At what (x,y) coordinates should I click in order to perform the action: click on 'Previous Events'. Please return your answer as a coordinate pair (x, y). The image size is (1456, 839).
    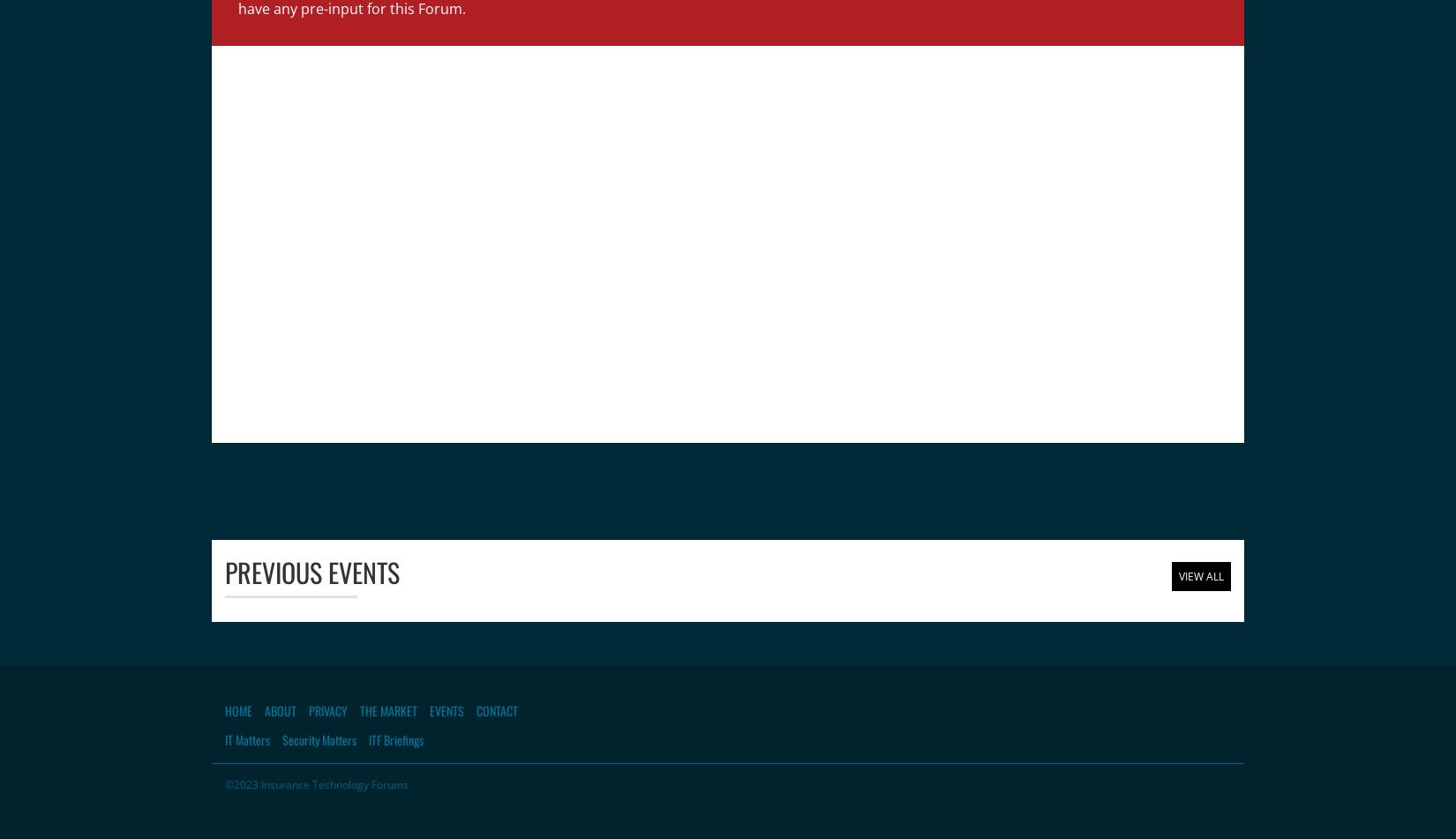
    Looking at the image, I should click on (224, 570).